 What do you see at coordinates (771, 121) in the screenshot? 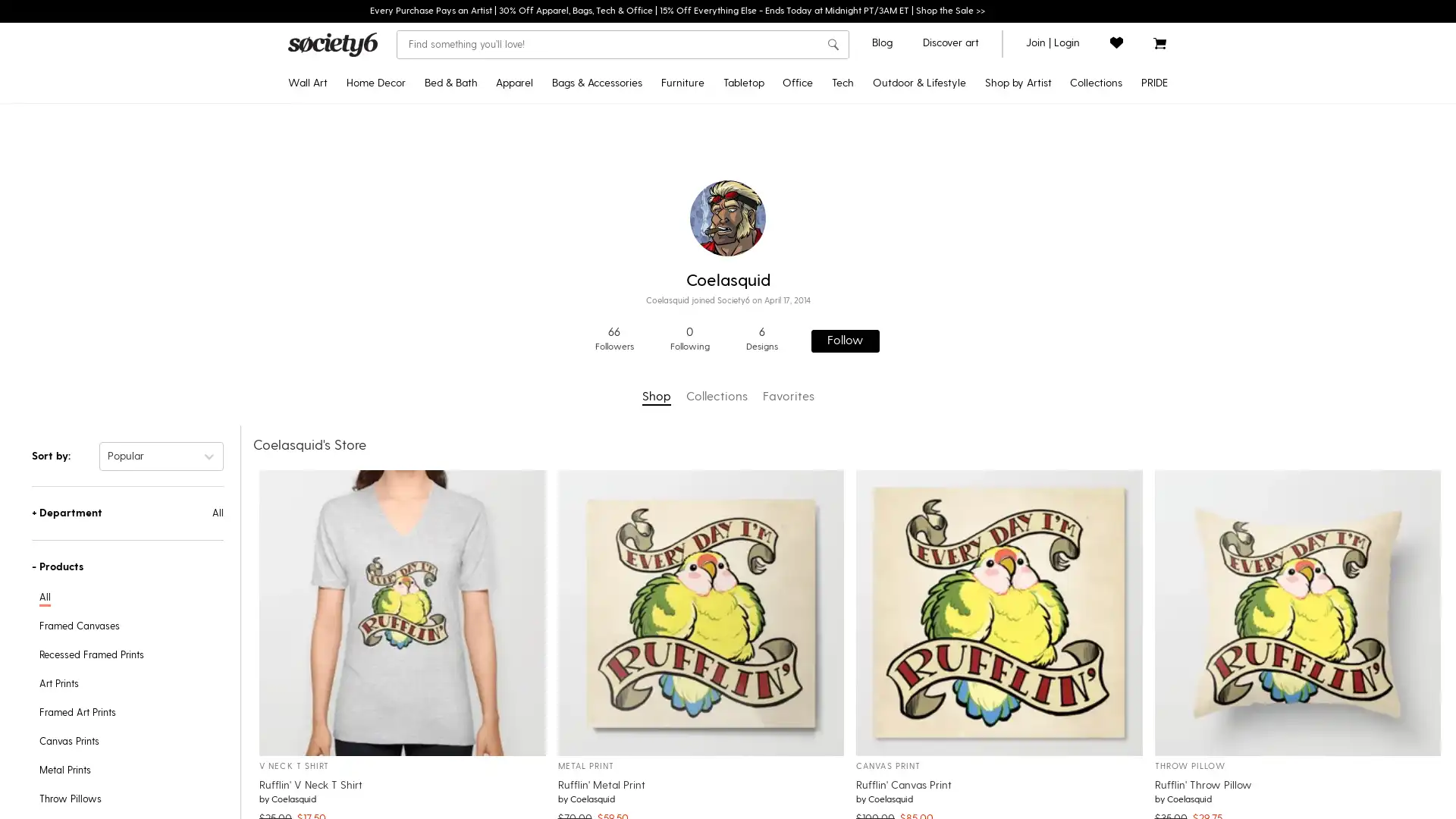
I see `Coffee Mugs` at bounding box center [771, 121].